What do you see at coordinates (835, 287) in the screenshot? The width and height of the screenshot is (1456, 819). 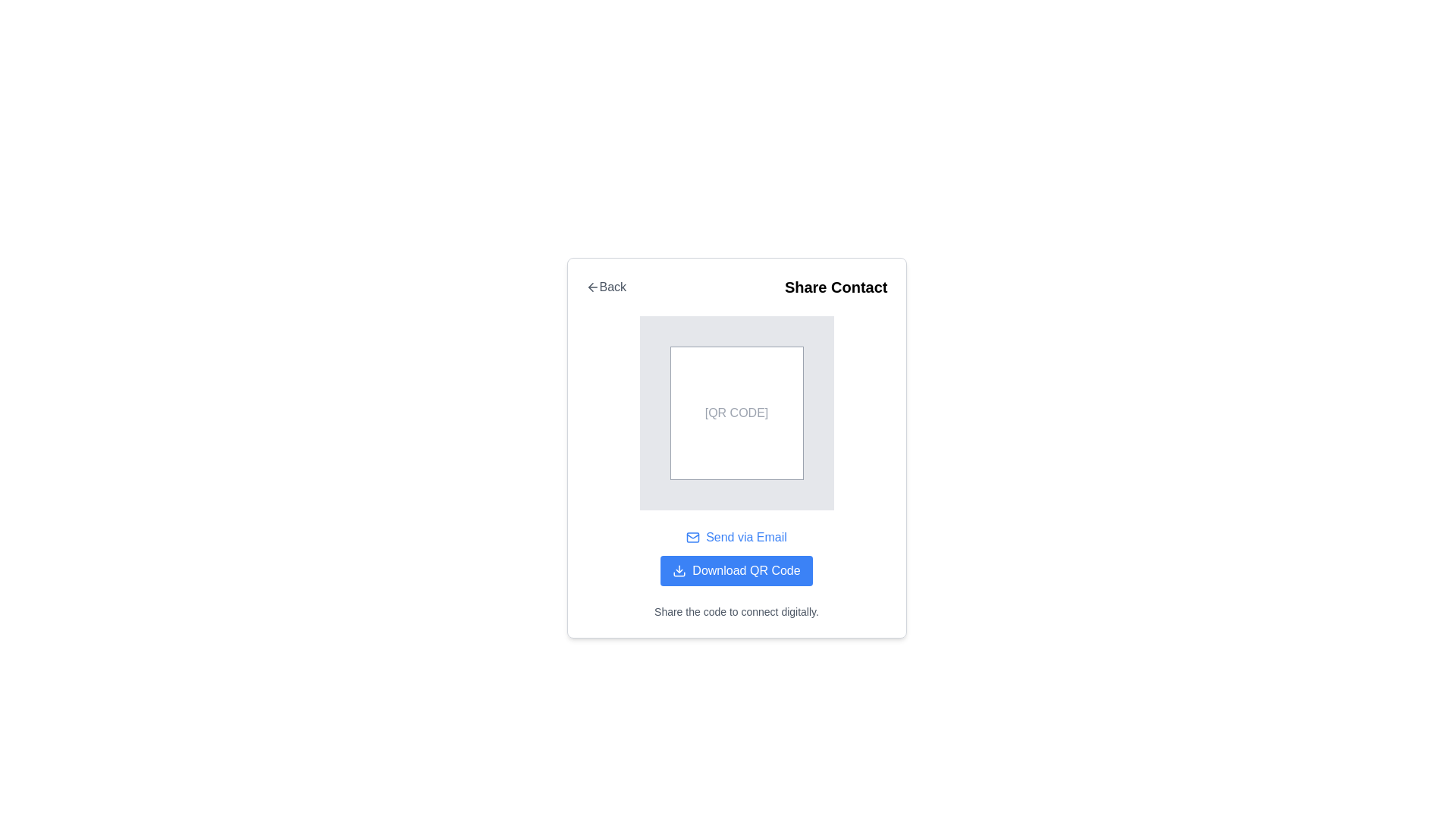 I see `the label located at the top-right corner of the header section, which provides context about the page's purpose` at bounding box center [835, 287].